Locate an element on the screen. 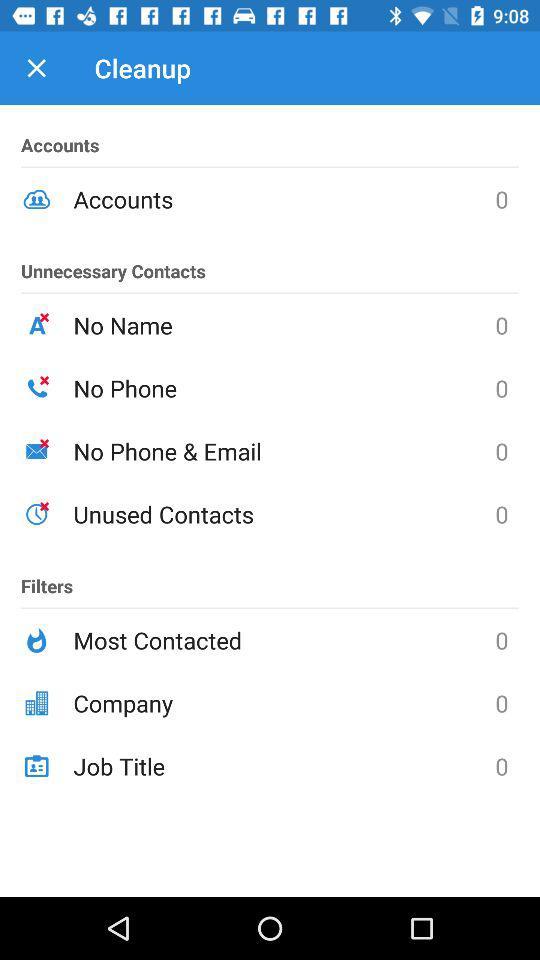 This screenshot has height=960, width=540. no name icon is located at coordinates (283, 325).